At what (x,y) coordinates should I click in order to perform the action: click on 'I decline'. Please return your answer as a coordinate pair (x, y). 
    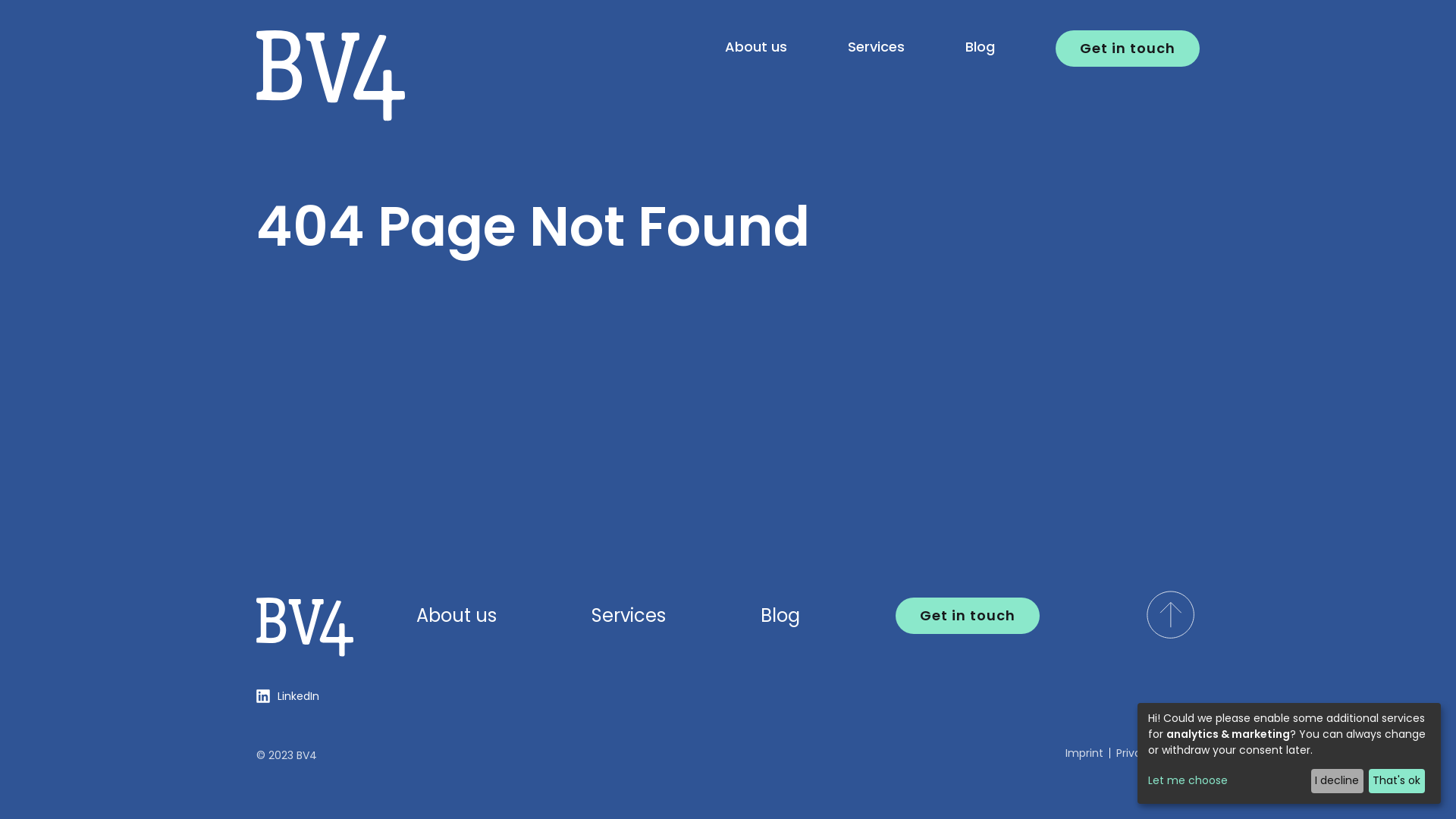
    Looking at the image, I should click on (1337, 780).